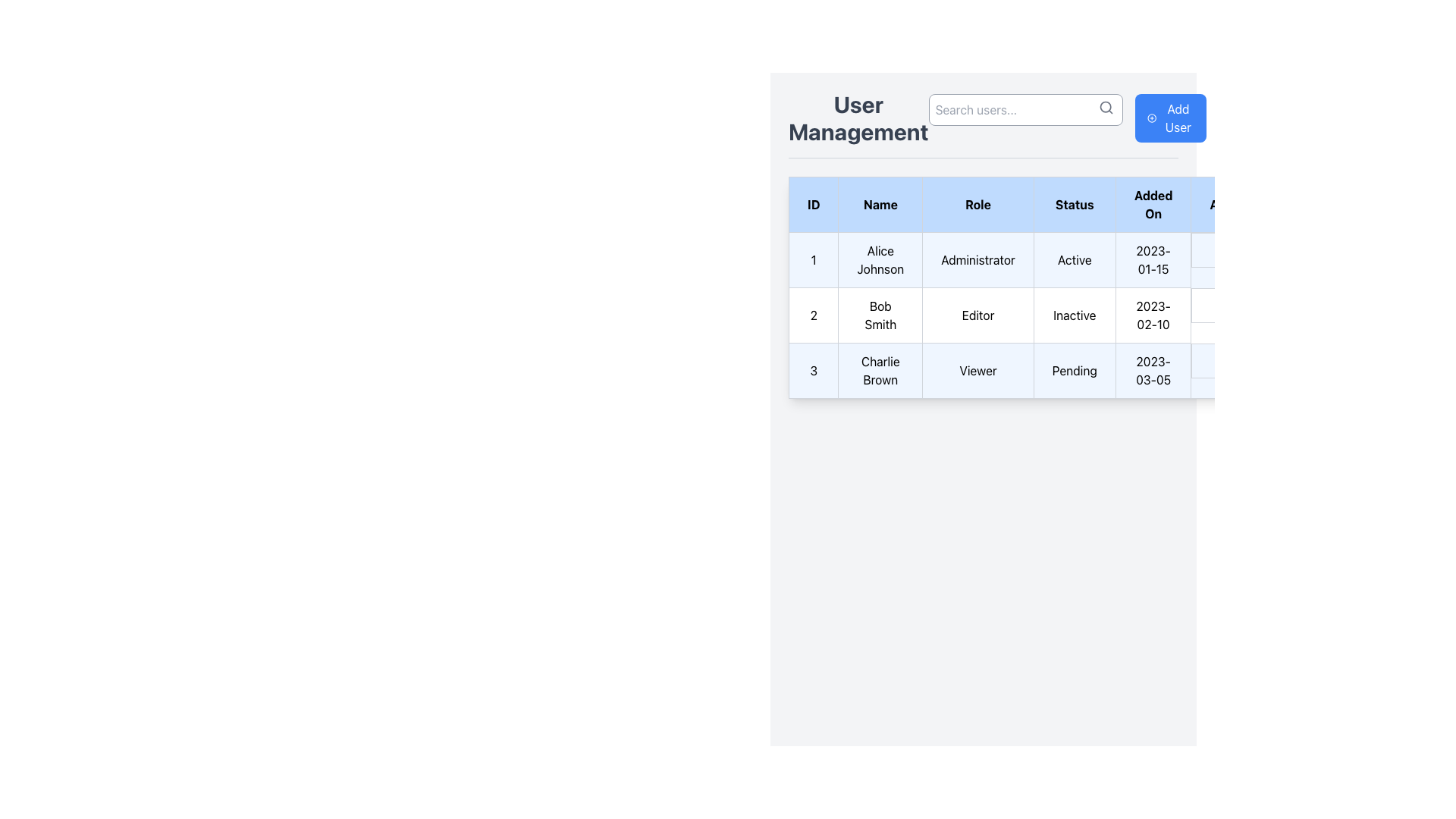 The height and width of the screenshot is (819, 1456). I want to click on the static text element displaying the role 'Administrator' assigned to the user 'Alice Johnson' in the third box of the first data row of the table, so click(978, 259).